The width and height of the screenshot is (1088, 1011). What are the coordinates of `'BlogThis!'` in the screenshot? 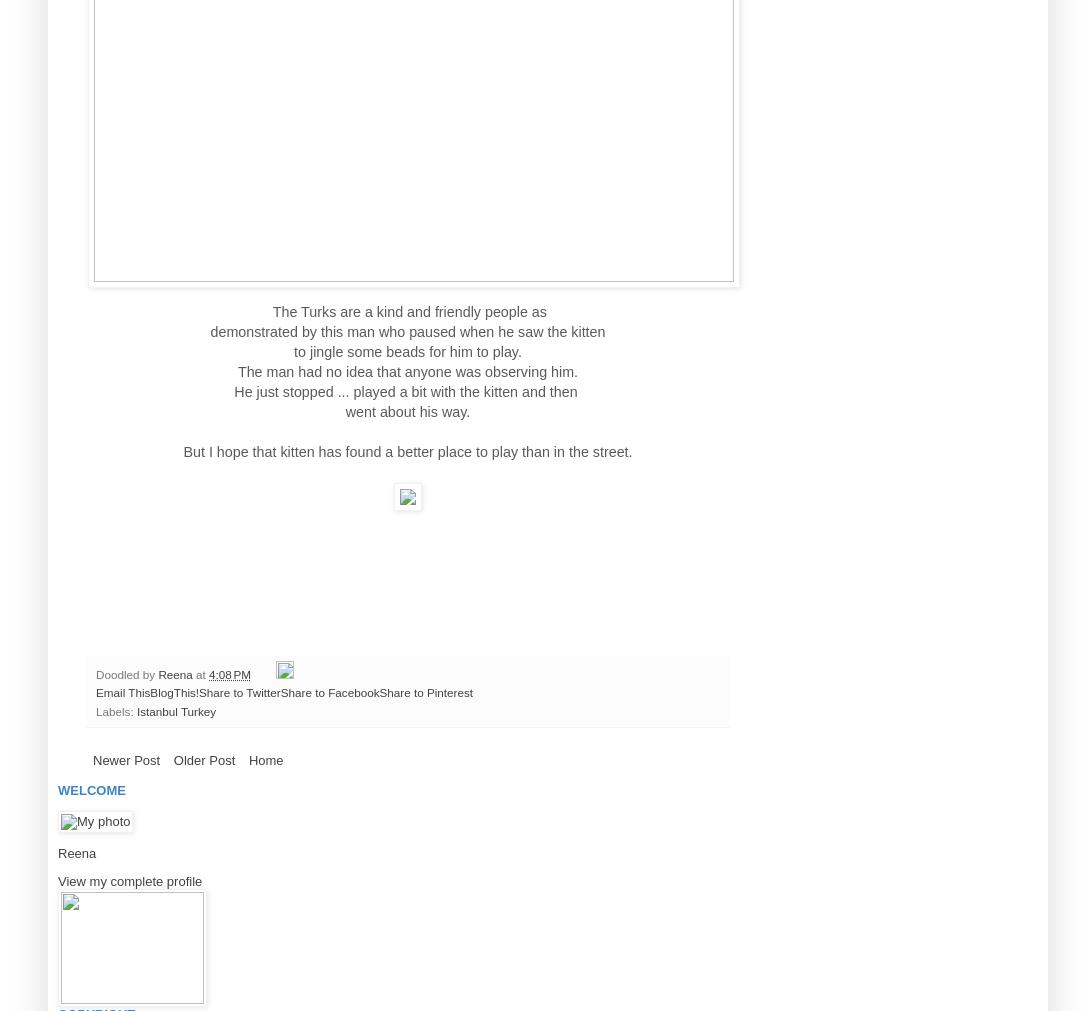 It's located at (149, 691).